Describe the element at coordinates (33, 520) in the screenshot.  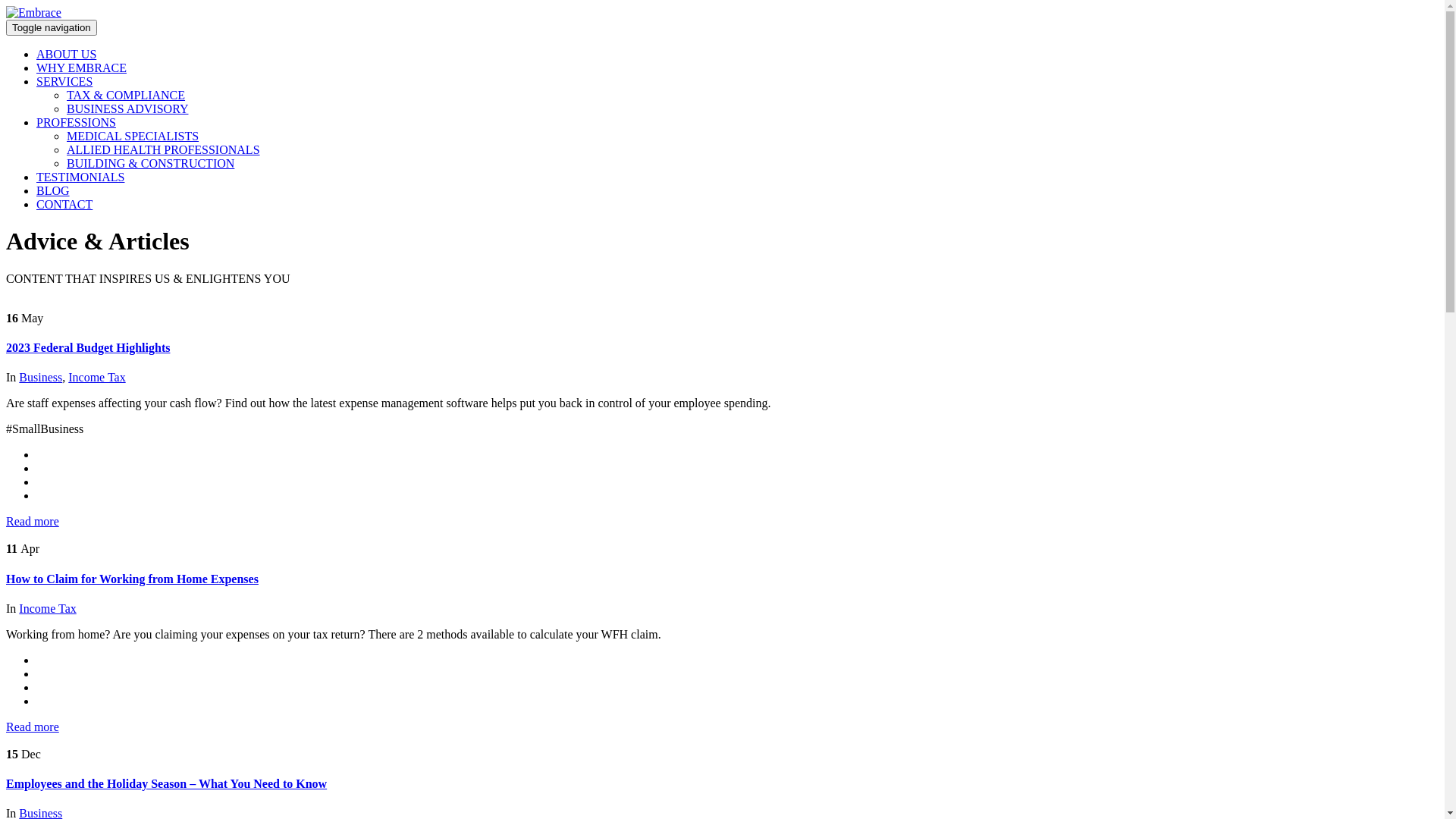
I see `'Read more'` at that location.